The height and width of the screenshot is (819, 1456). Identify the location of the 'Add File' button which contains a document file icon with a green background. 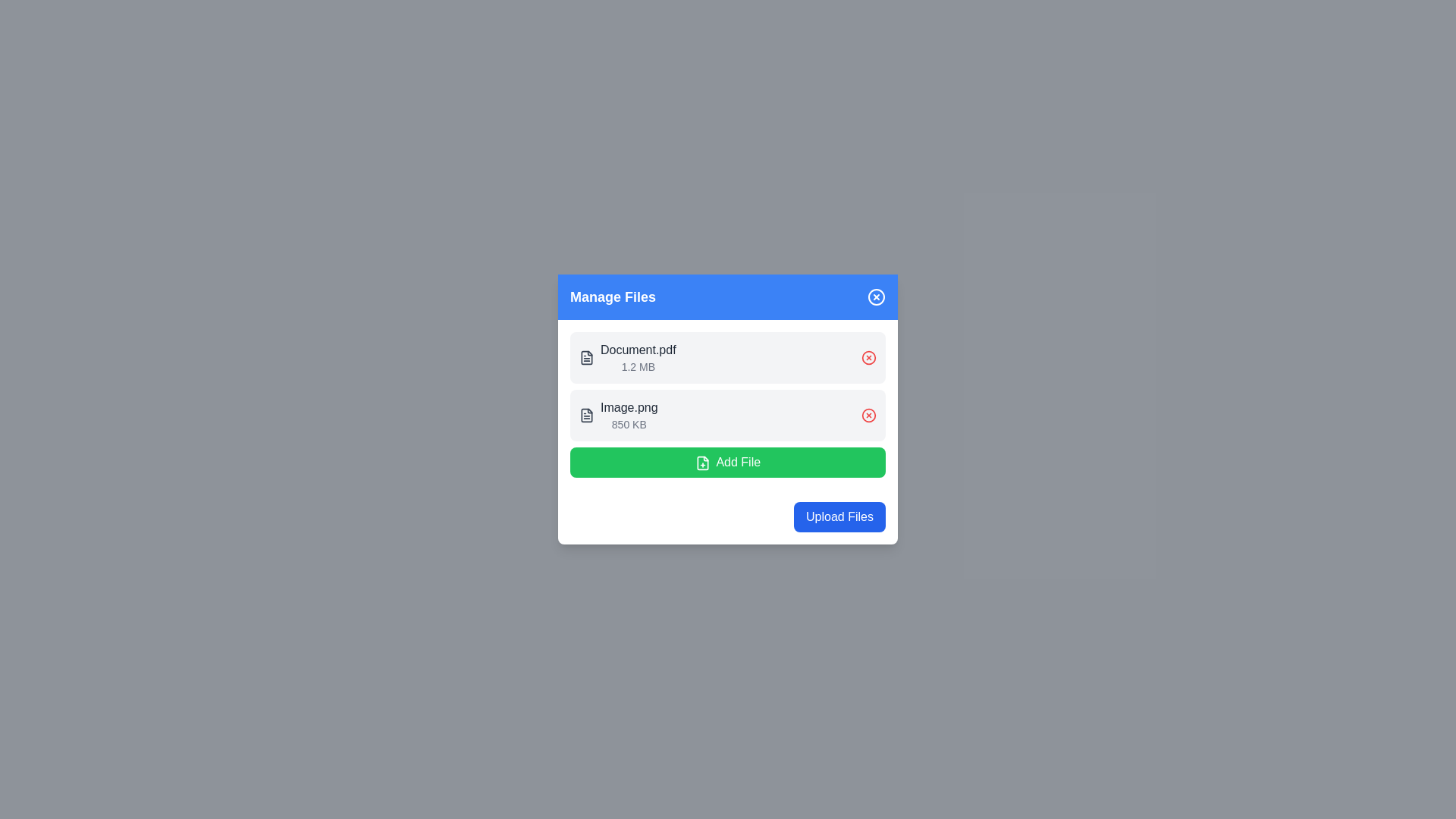
(701, 462).